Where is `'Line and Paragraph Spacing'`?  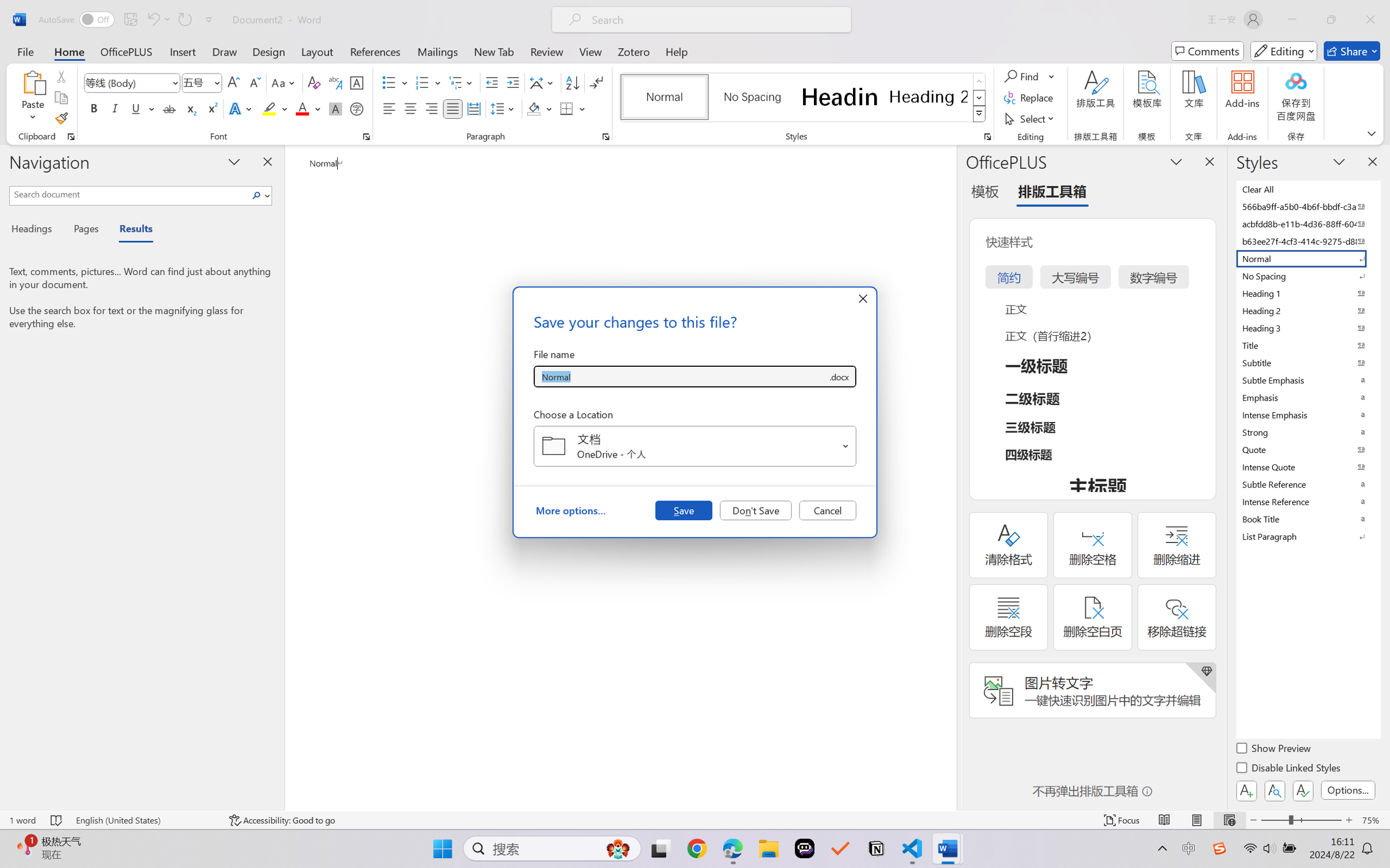 'Line and Paragraph Spacing' is located at coordinates (503, 108).